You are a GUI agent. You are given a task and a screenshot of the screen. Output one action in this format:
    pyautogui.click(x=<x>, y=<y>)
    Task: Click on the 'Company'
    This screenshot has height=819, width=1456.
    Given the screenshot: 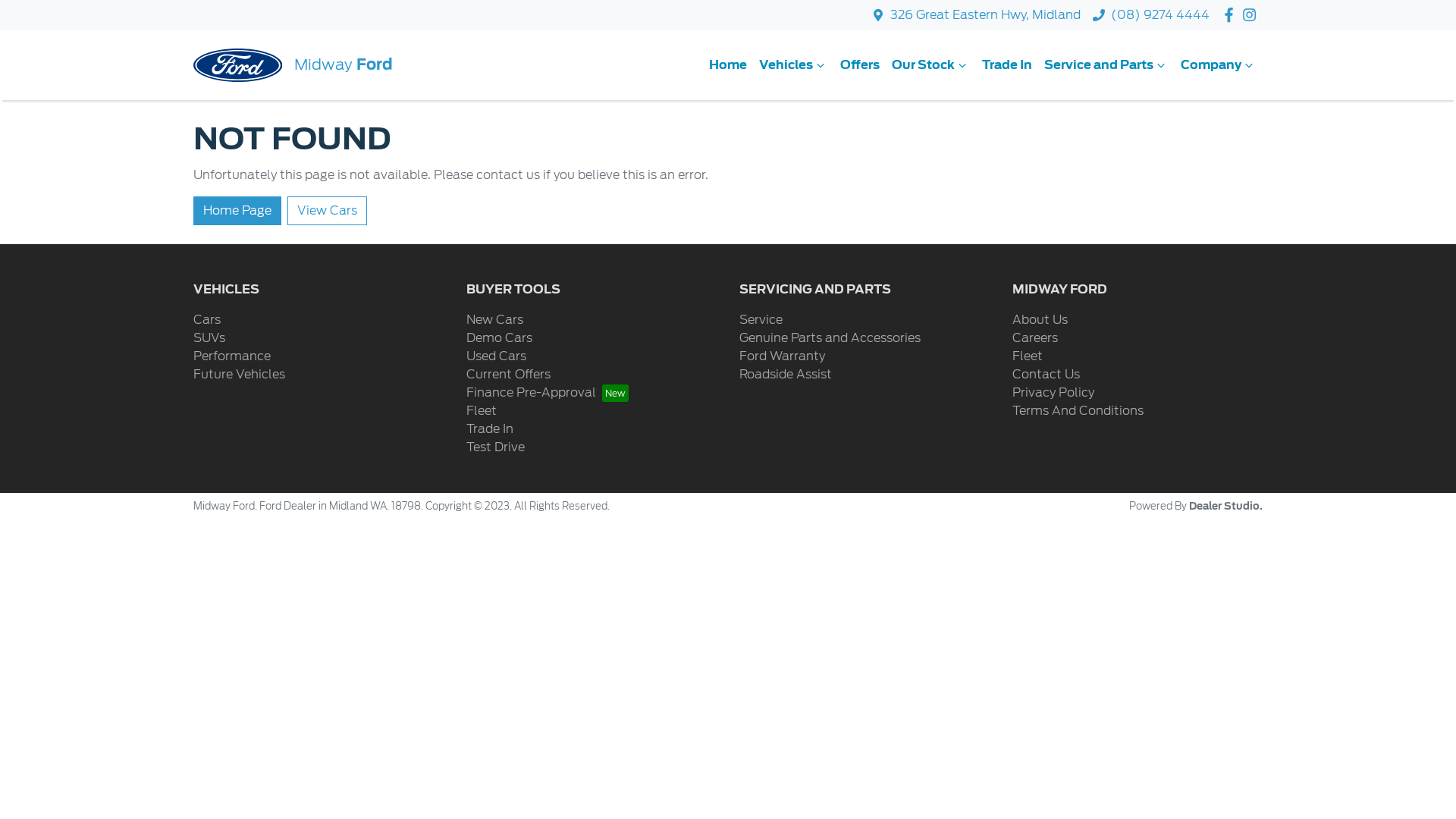 What is the action you would take?
    pyautogui.click(x=1219, y=64)
    